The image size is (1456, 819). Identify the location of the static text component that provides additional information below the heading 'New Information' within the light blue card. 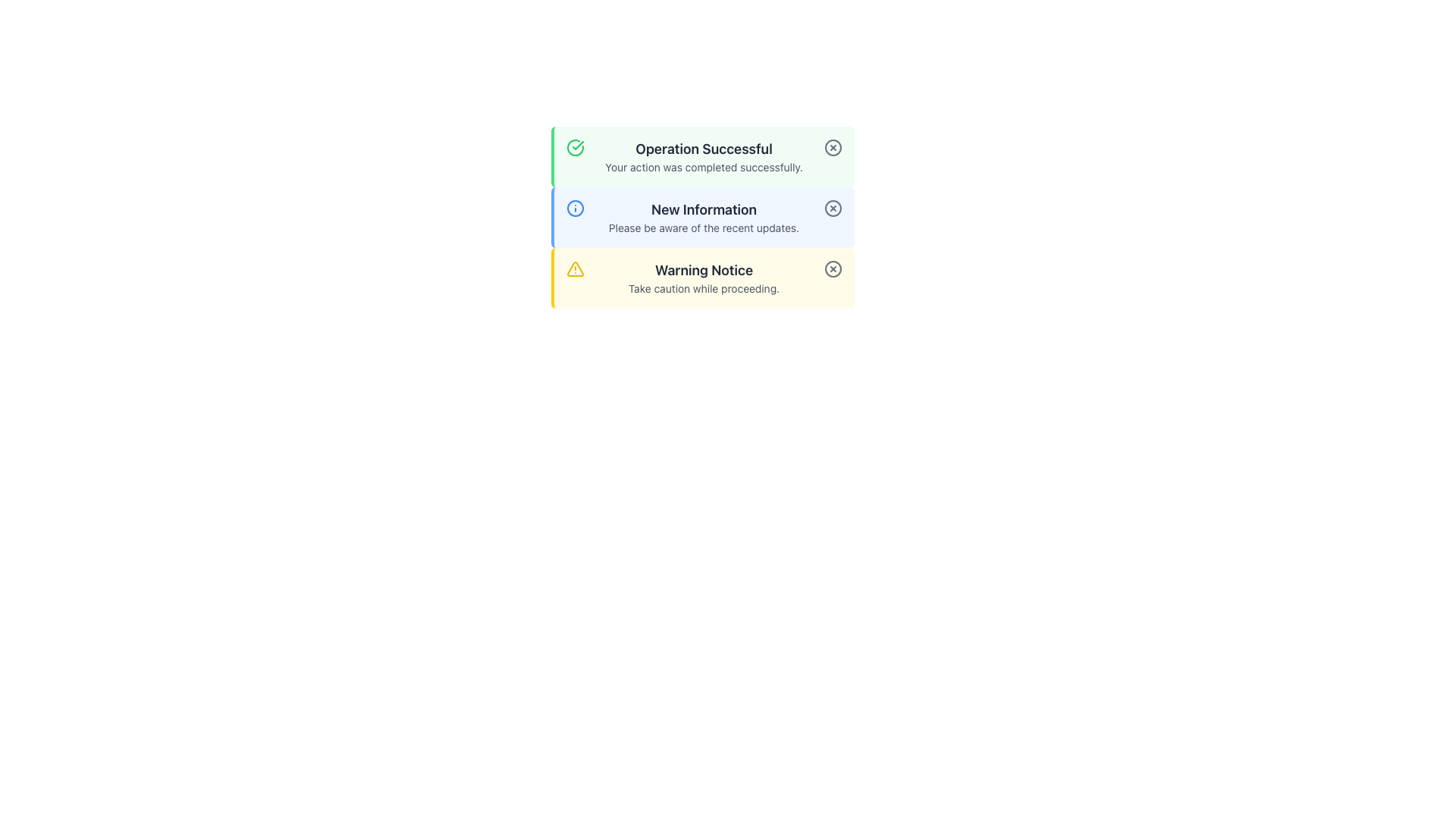
(703, 227).